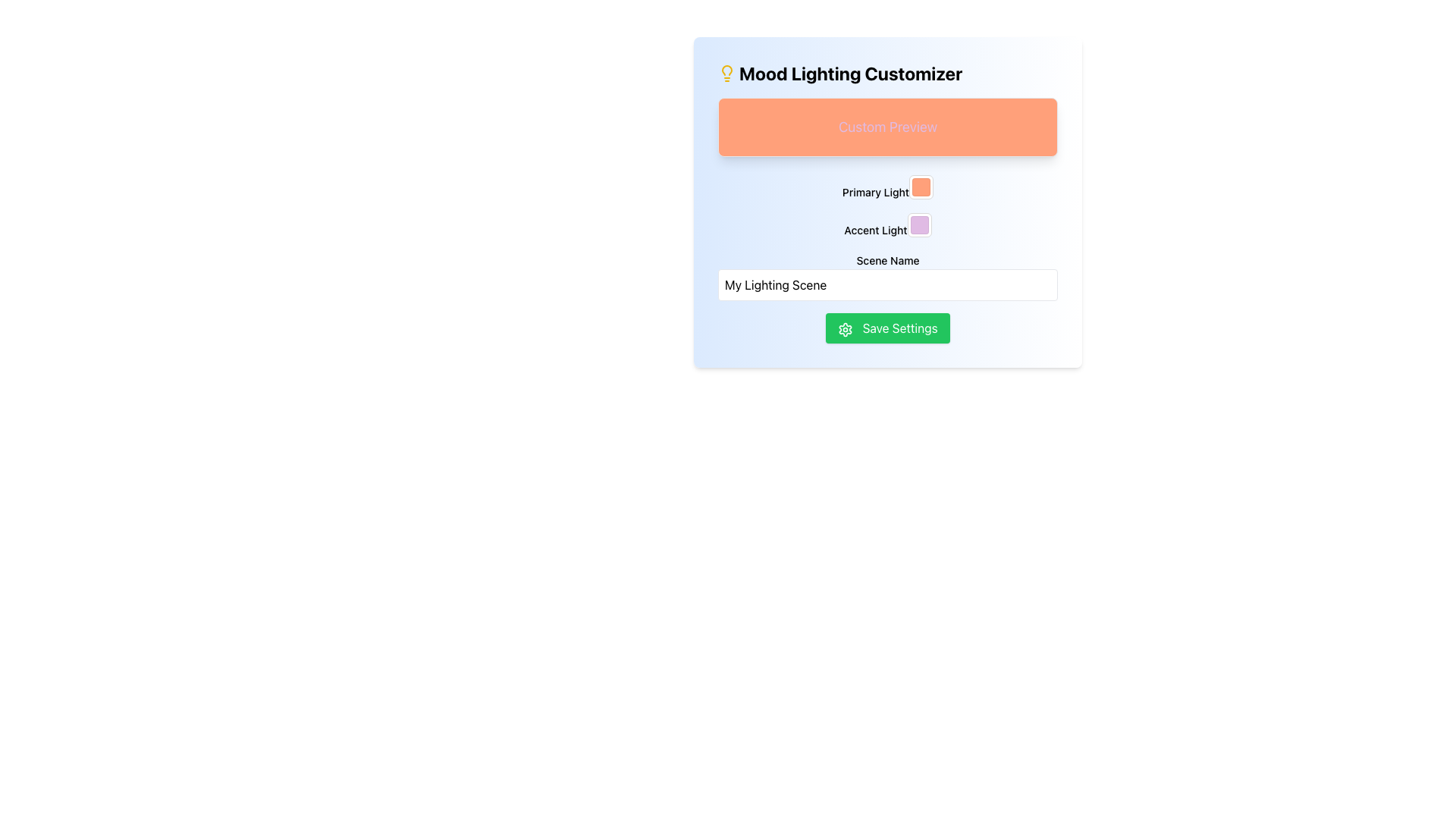 The height and width of the screenshot is (819, 1456). I want to click on 'Save Settings' button, which is a bright green rounded rectangular button with white text and a gear wheel icon, for accessibility features, so click(888, 327).